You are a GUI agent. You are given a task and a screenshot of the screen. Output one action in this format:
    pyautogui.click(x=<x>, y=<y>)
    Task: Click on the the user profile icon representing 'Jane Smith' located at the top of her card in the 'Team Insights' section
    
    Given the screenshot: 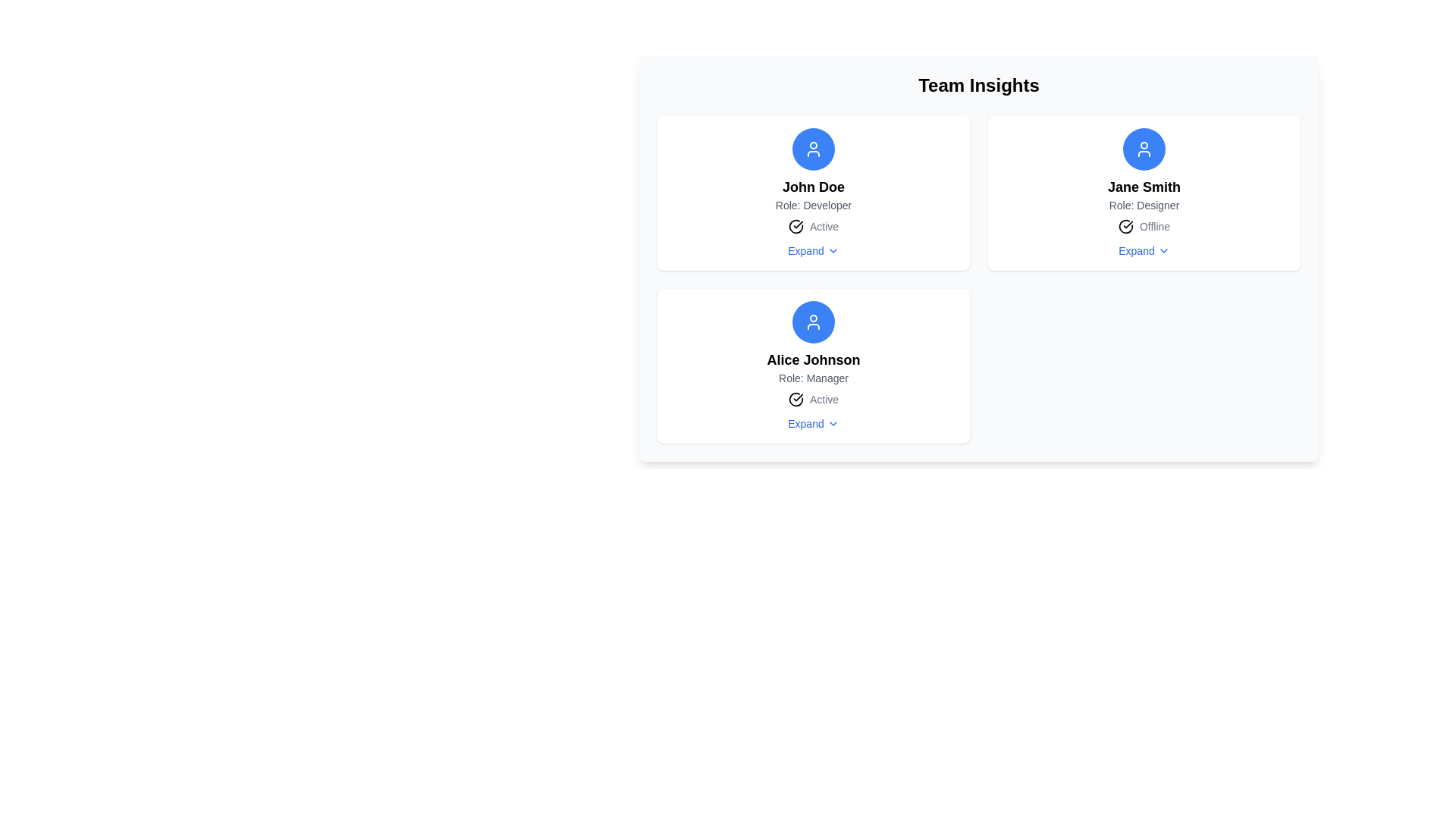 What is the action you would take?
    pyautogui.click(x=1144, y=149)
    